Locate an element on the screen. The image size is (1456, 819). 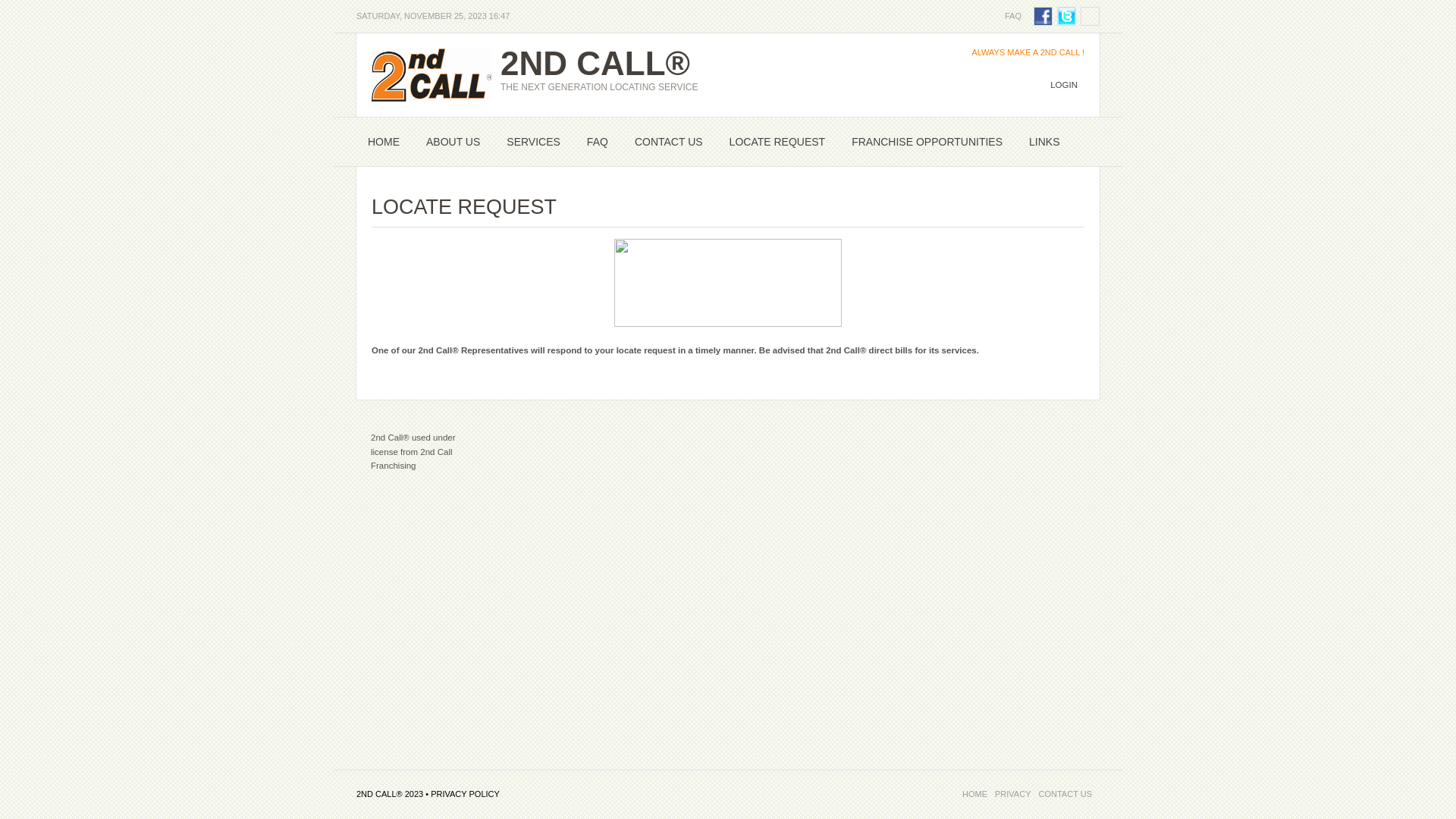
'LINKS' is located at coordinates (1043, 141).